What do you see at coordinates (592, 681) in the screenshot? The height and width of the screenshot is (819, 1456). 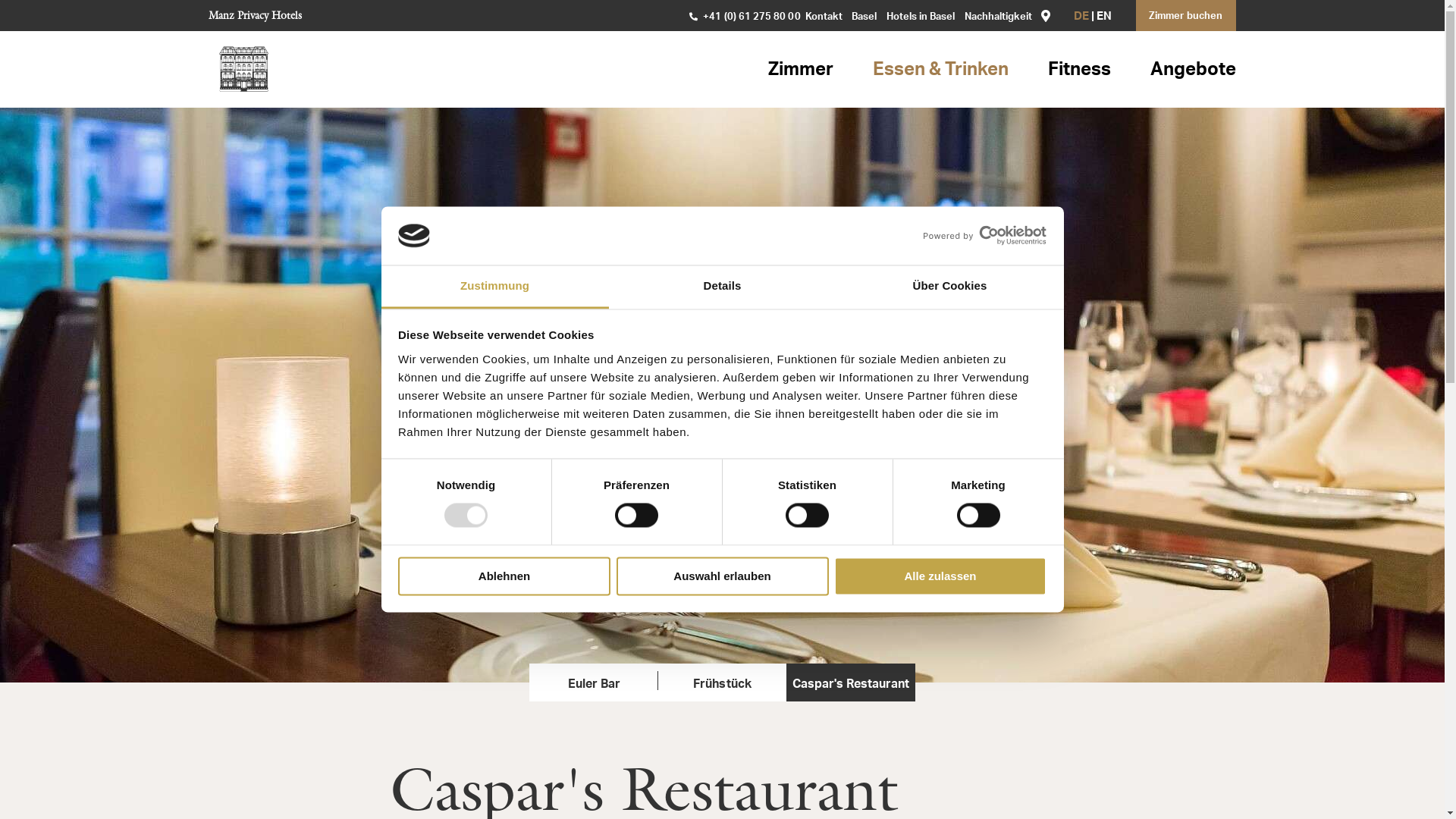 I see `'Euler Bar'` at bounding box center [592, 681].